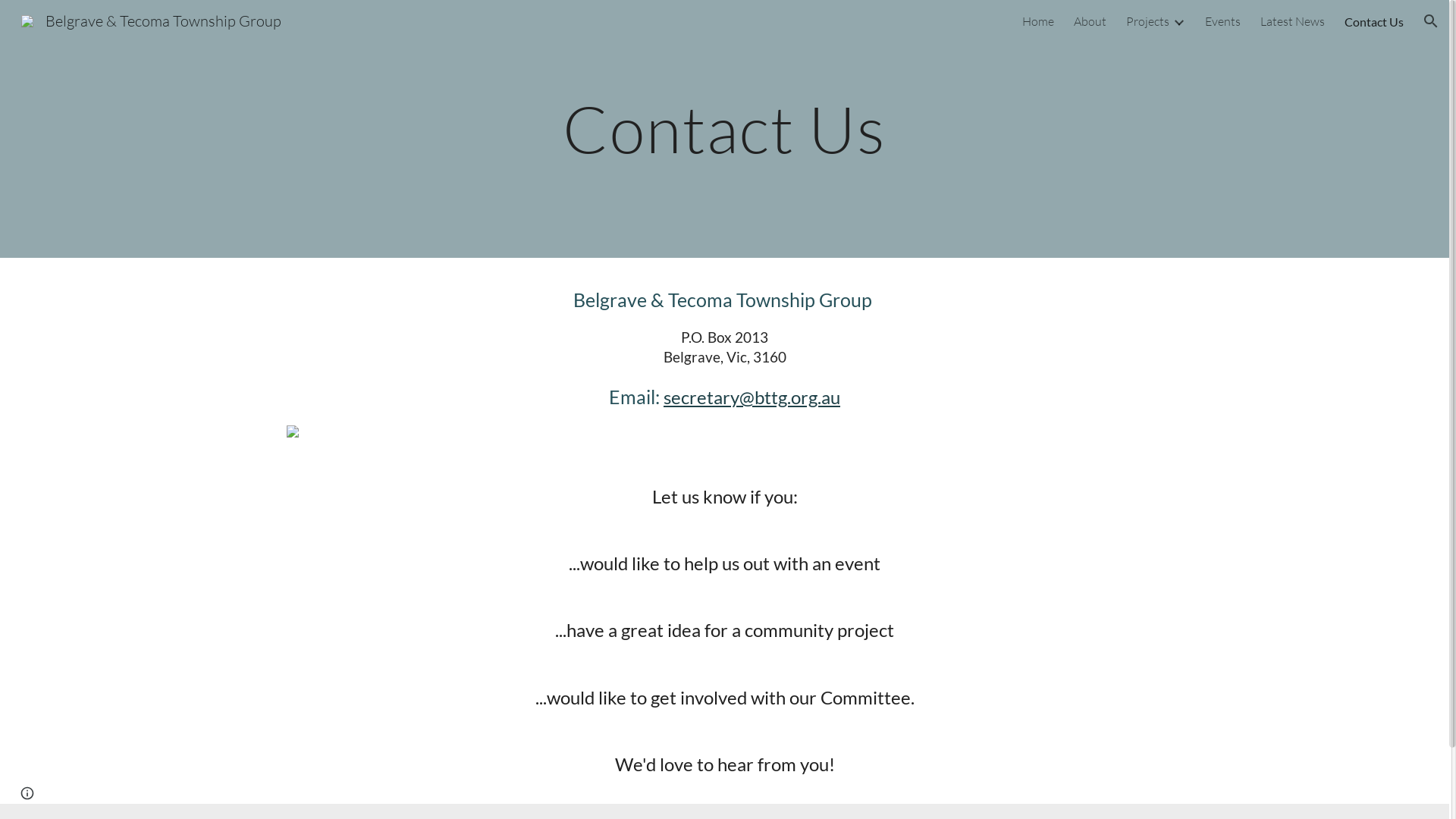 The width and height of the screenshot is (1456, 819). What do you see at coordinates (1203, 20) in the screenshot?
I see `'Events'` at bounding box center [1203, 20].